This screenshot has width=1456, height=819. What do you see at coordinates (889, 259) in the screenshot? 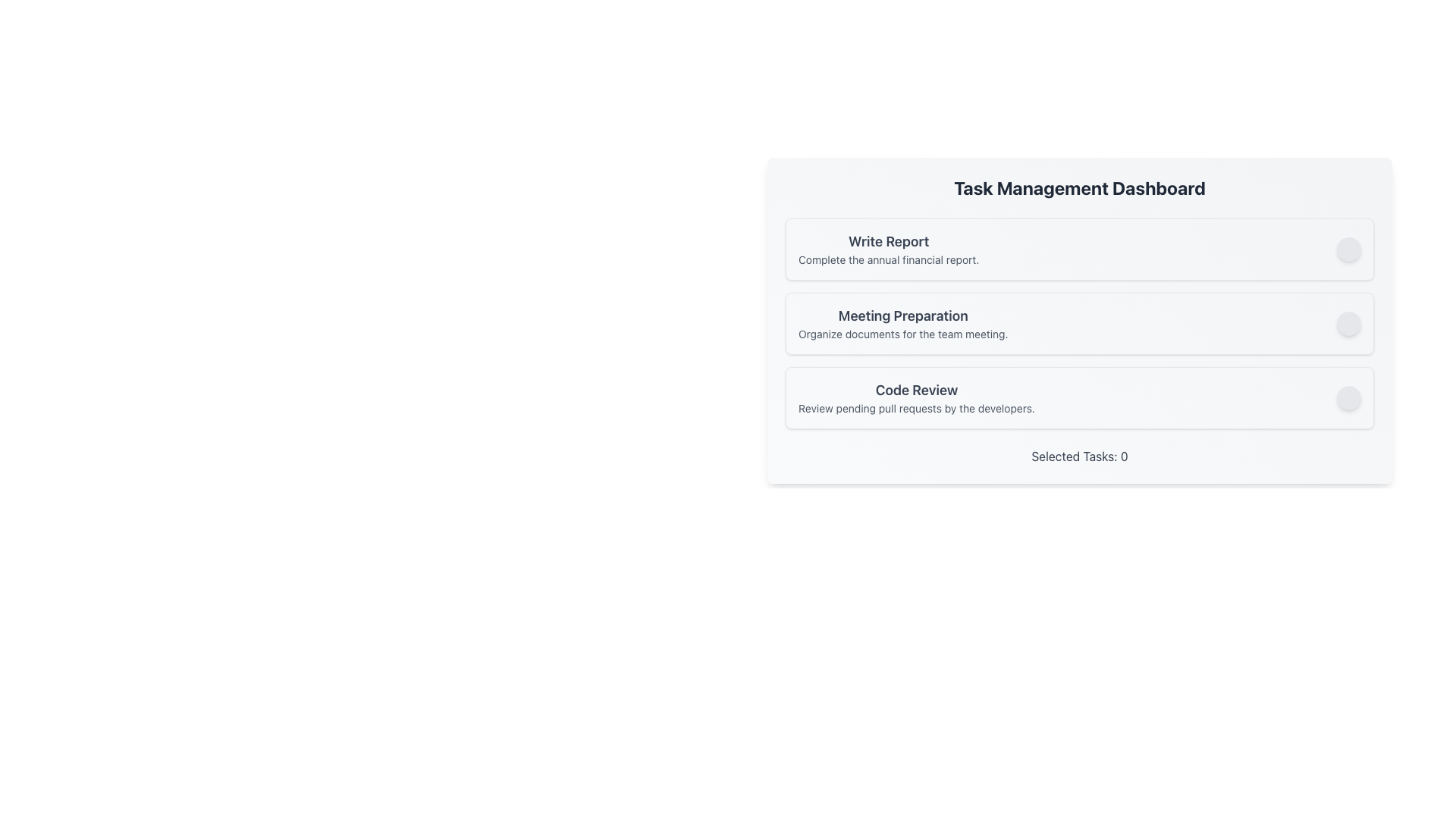
I see `the text label 'Complete the annual financial report.' which is styled in gray and positioned below the header 'Write Report'` at bounding box center [889, 259].